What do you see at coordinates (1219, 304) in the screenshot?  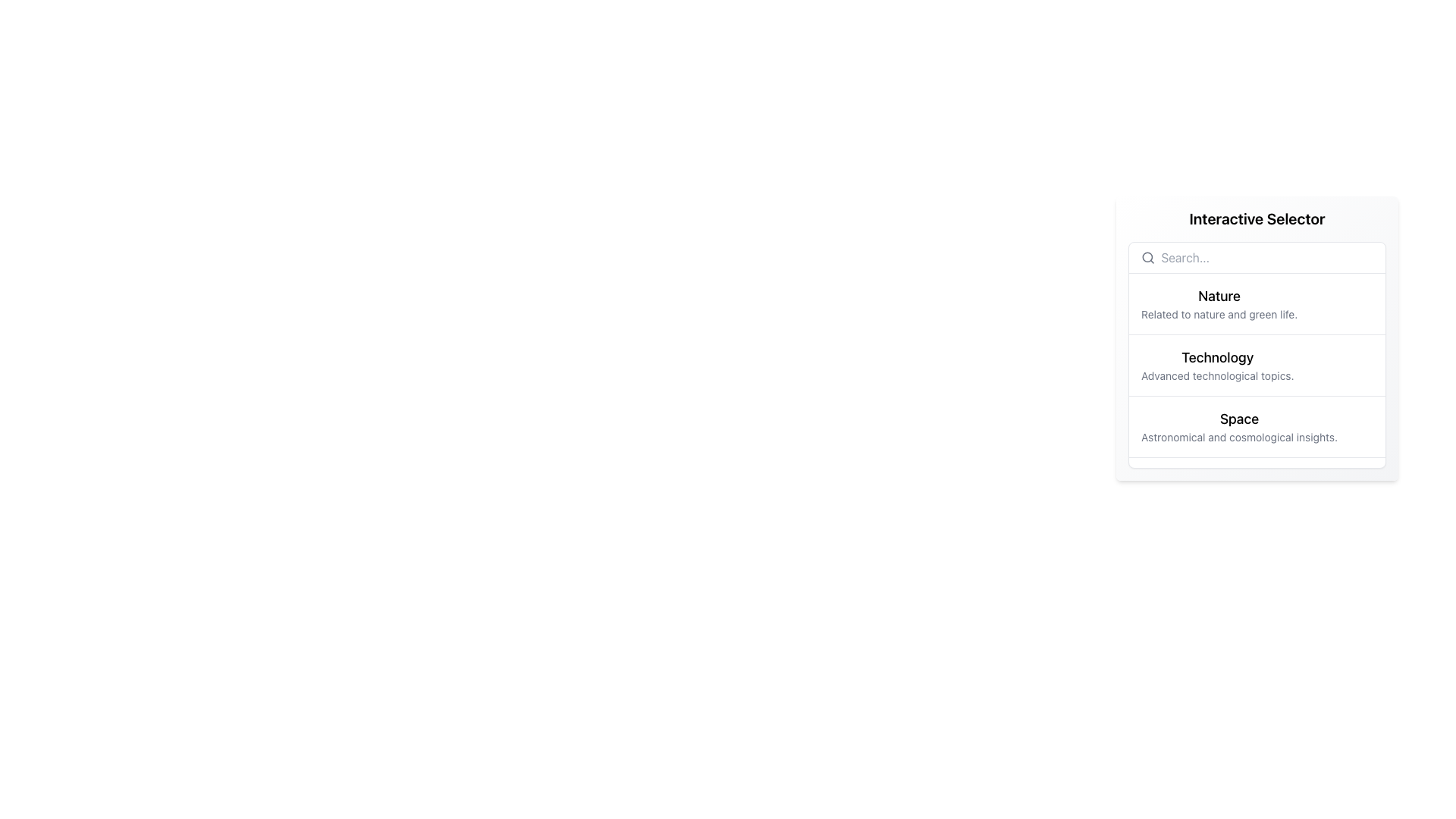 I see `the first list item labeled 'Nature' in the sidebar under the 'Interactive Selector' search bar` at bounding box center [1219, 304].